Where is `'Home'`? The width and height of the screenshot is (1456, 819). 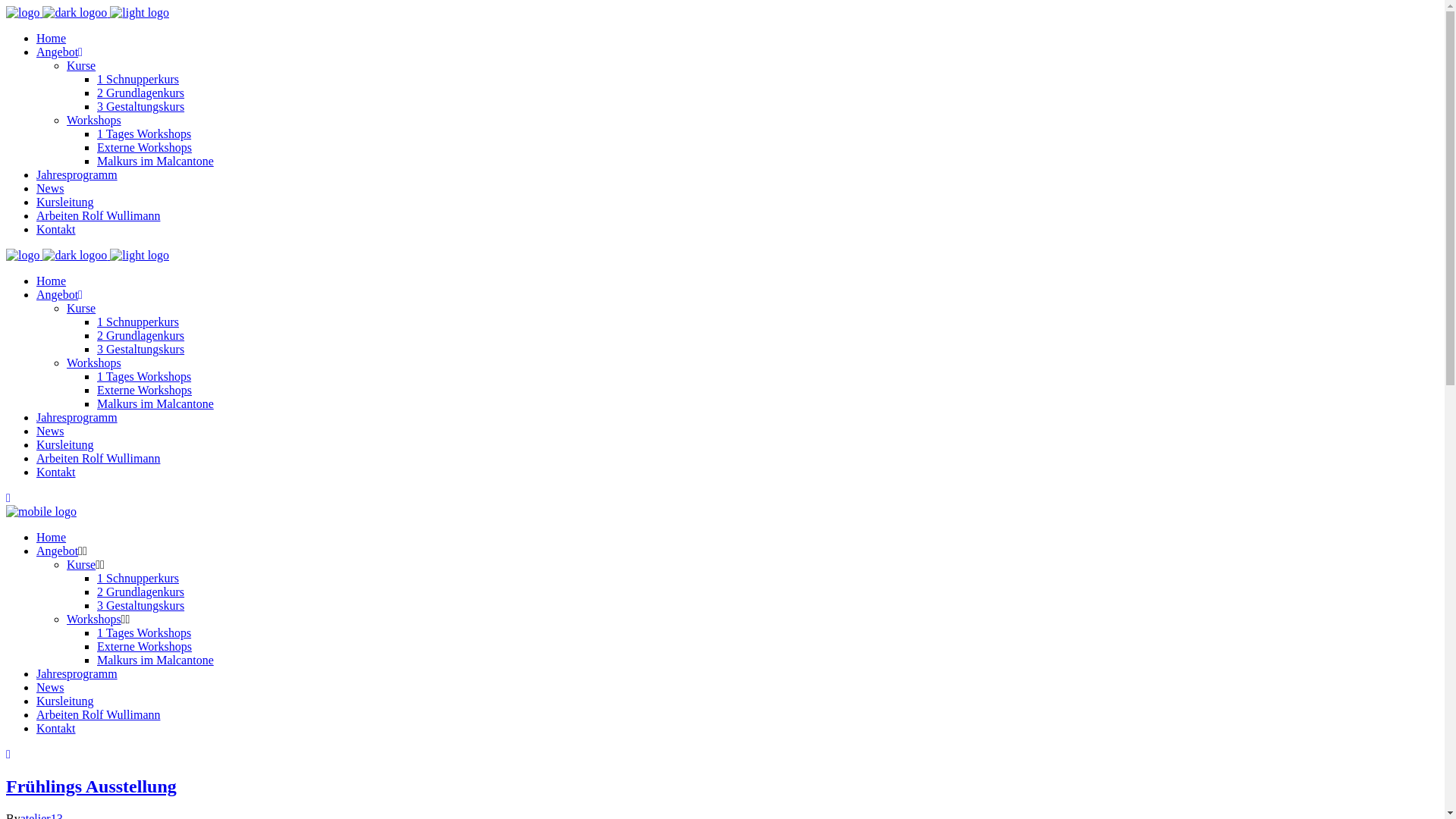
'Home' is located at coordinates (51, 37).